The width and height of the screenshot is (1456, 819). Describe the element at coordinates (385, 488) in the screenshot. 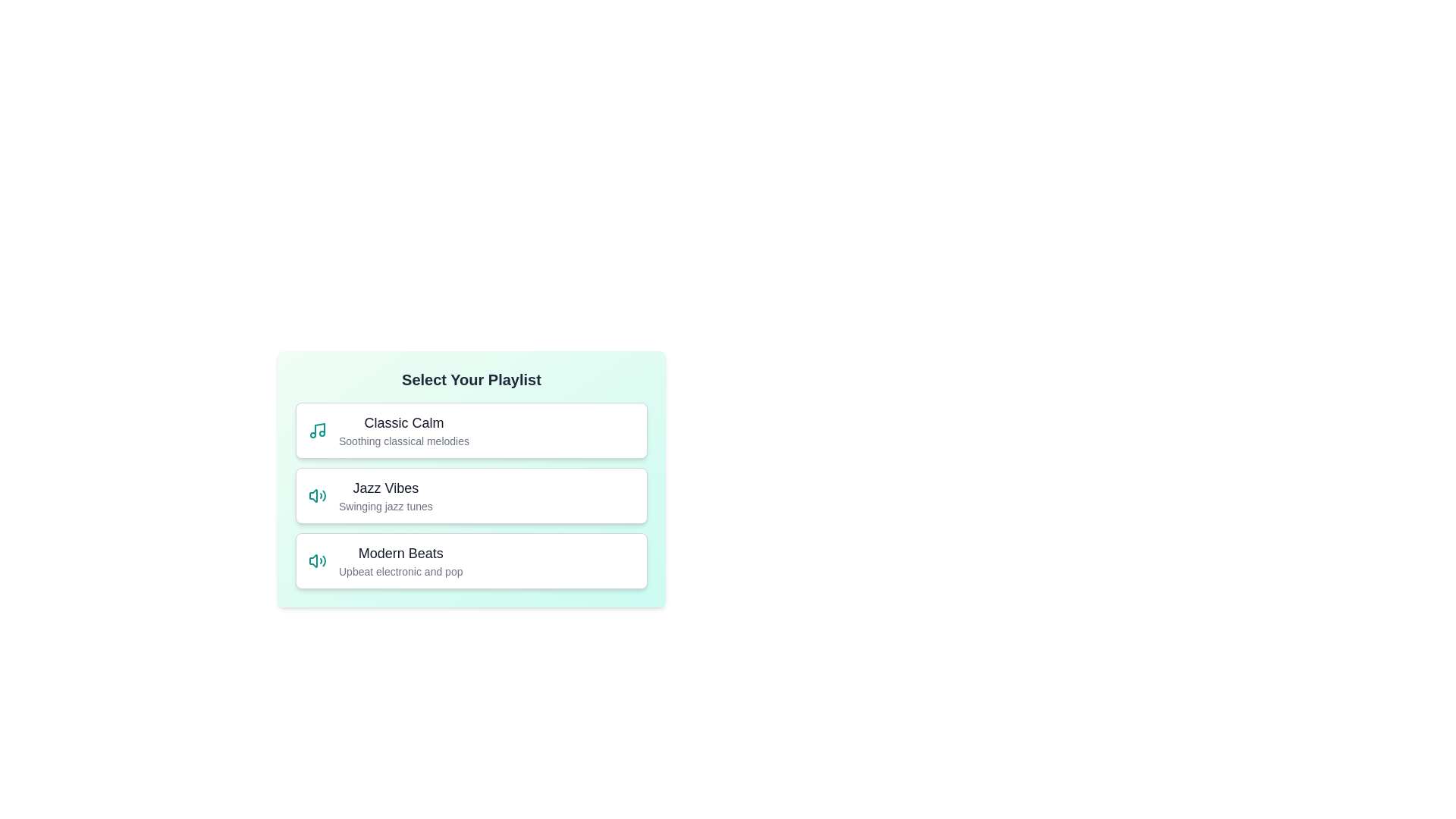

I see `the text label that serves as the title for the second playlist, positioned between 'Classic Calm' and 'Modern Beats'` at that location.